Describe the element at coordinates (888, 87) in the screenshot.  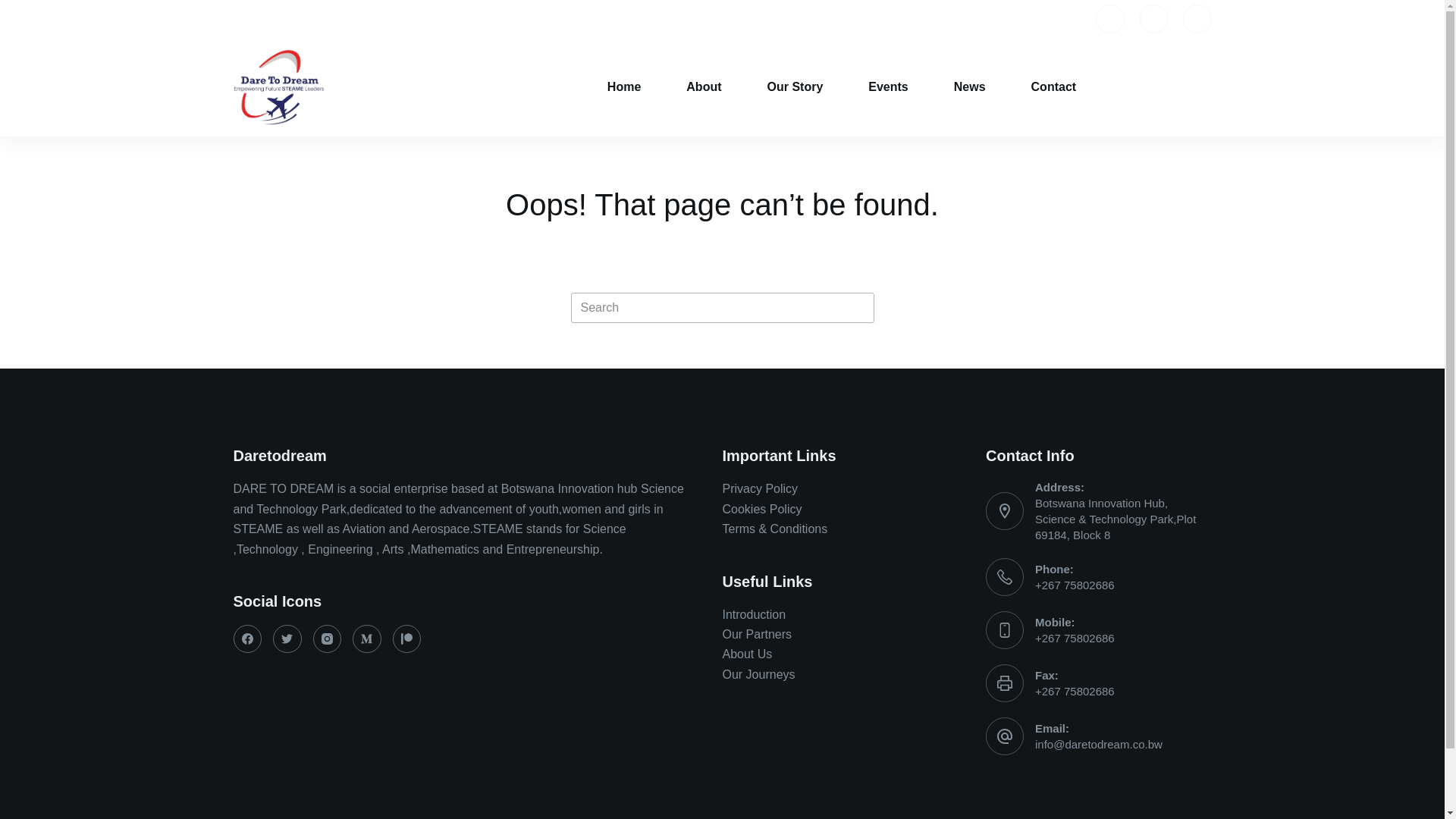
I see `'Events'` at that location.